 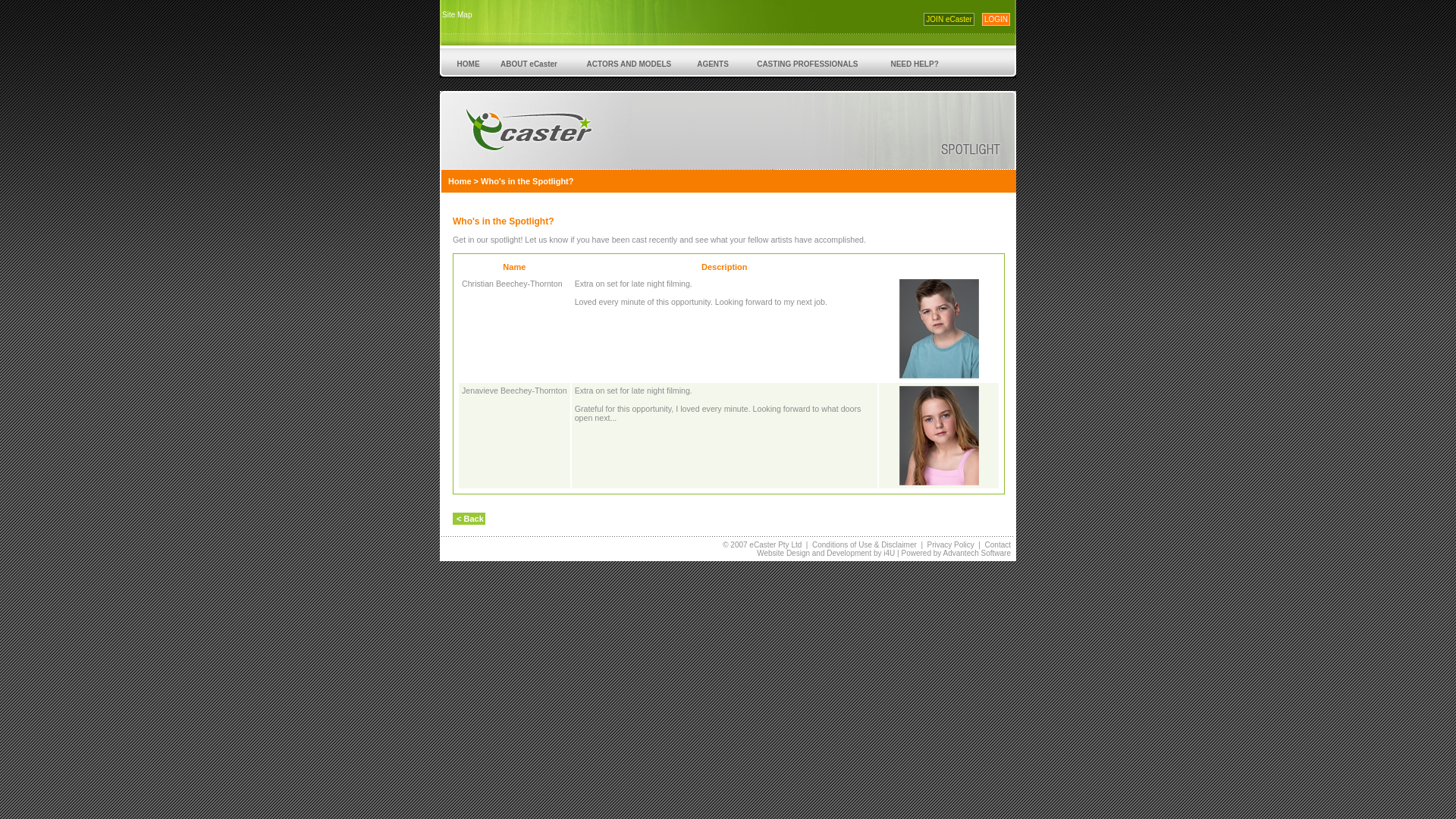 What do you see at coordinates (527, 180) in the screenshot?
I see `'Who's in the Spotlight?'` at bounding box center [527, 180].